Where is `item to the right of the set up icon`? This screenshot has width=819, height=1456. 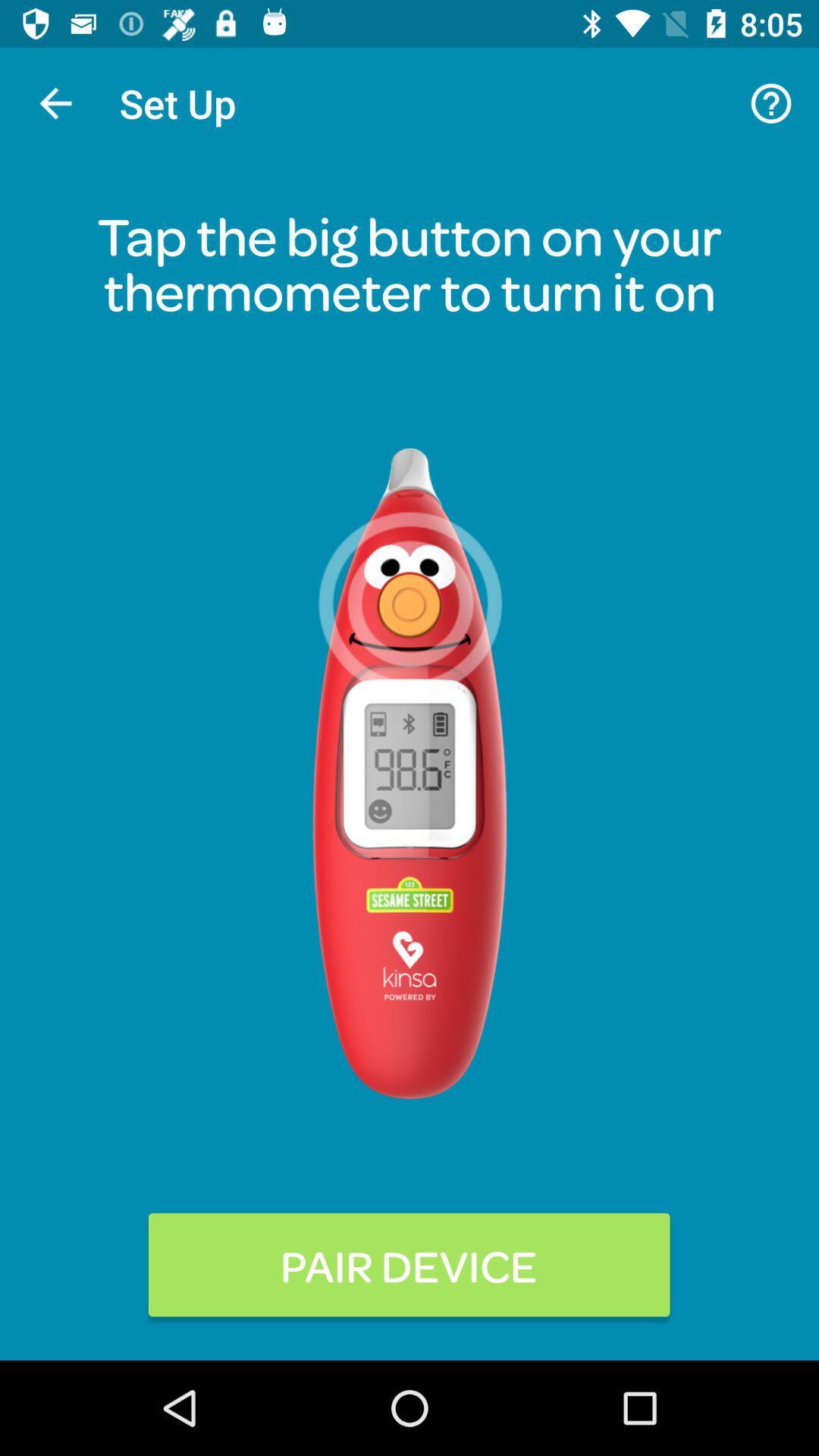
item to the right of the set up icon is located at coordinates (771, 102).